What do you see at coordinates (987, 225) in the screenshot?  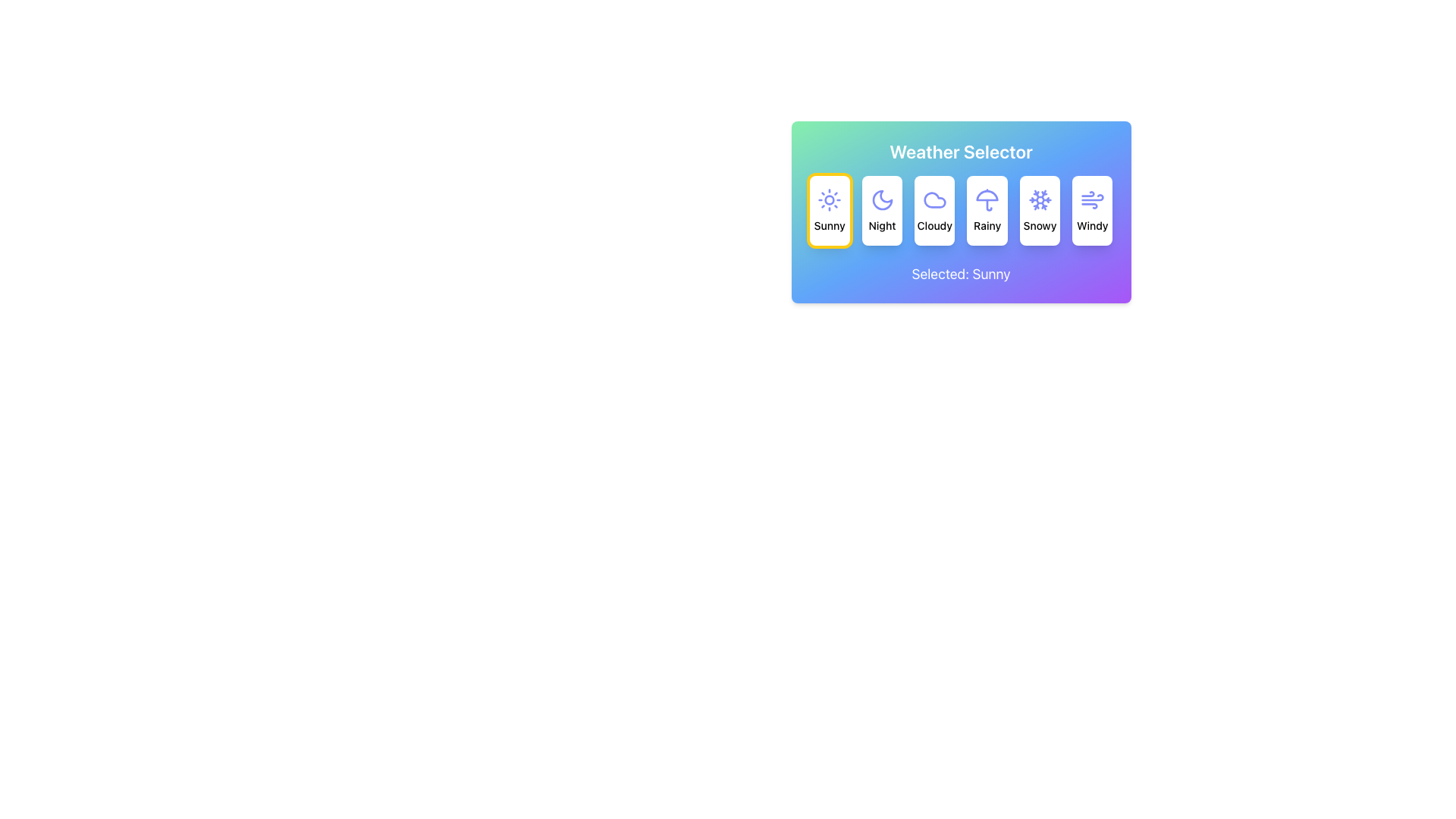 I see `the text label that displays 'Rainy', which is the fourth selectable option in the horizontal weather selector interface, positioned below an umbrella icon` at bounding box center [987, 225].